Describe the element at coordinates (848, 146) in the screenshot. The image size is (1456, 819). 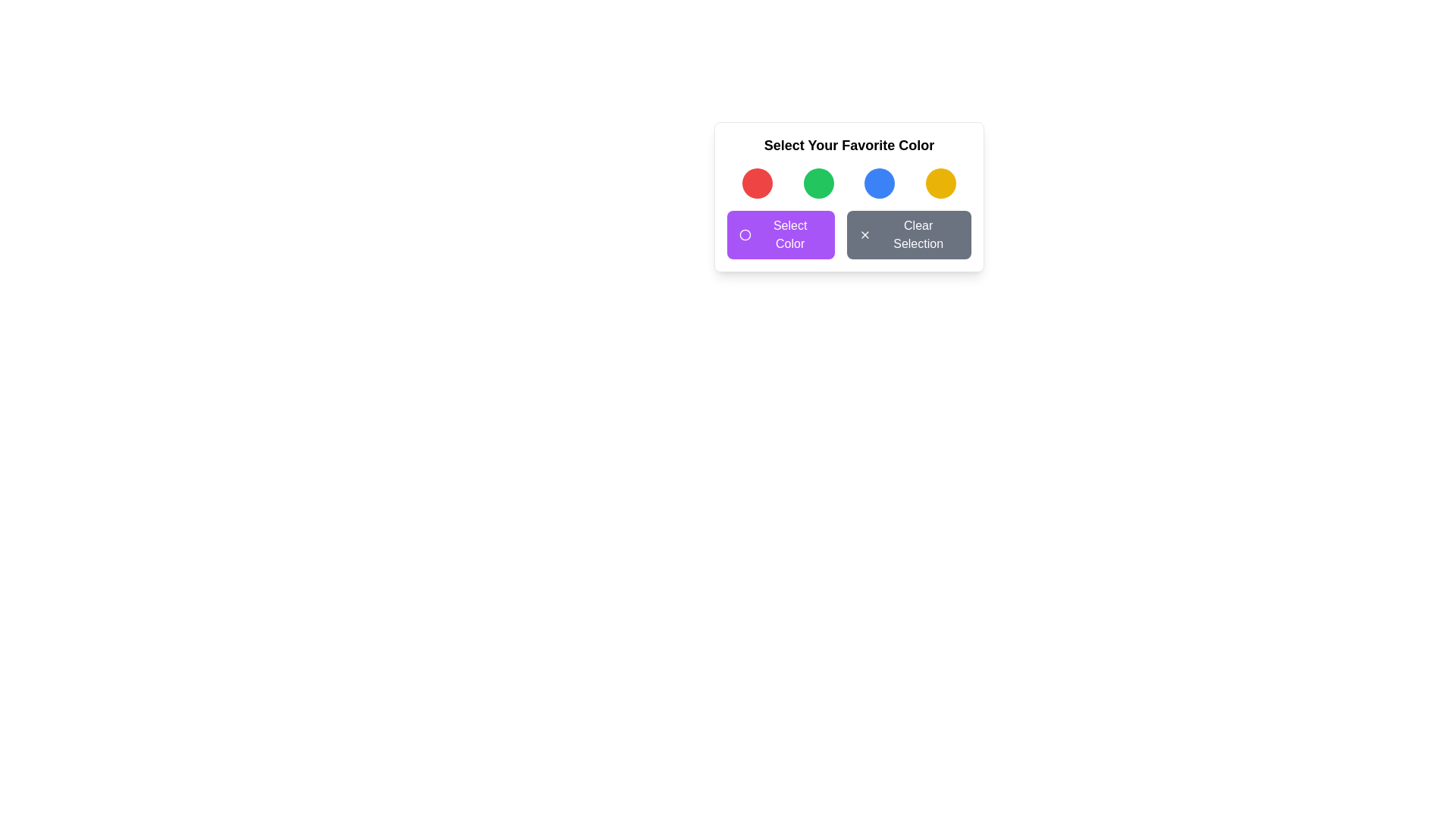
I see `the text heading that reads 'Select Your Favorite Color', which is styled in bold font and positioned above the color buttons` at that location.